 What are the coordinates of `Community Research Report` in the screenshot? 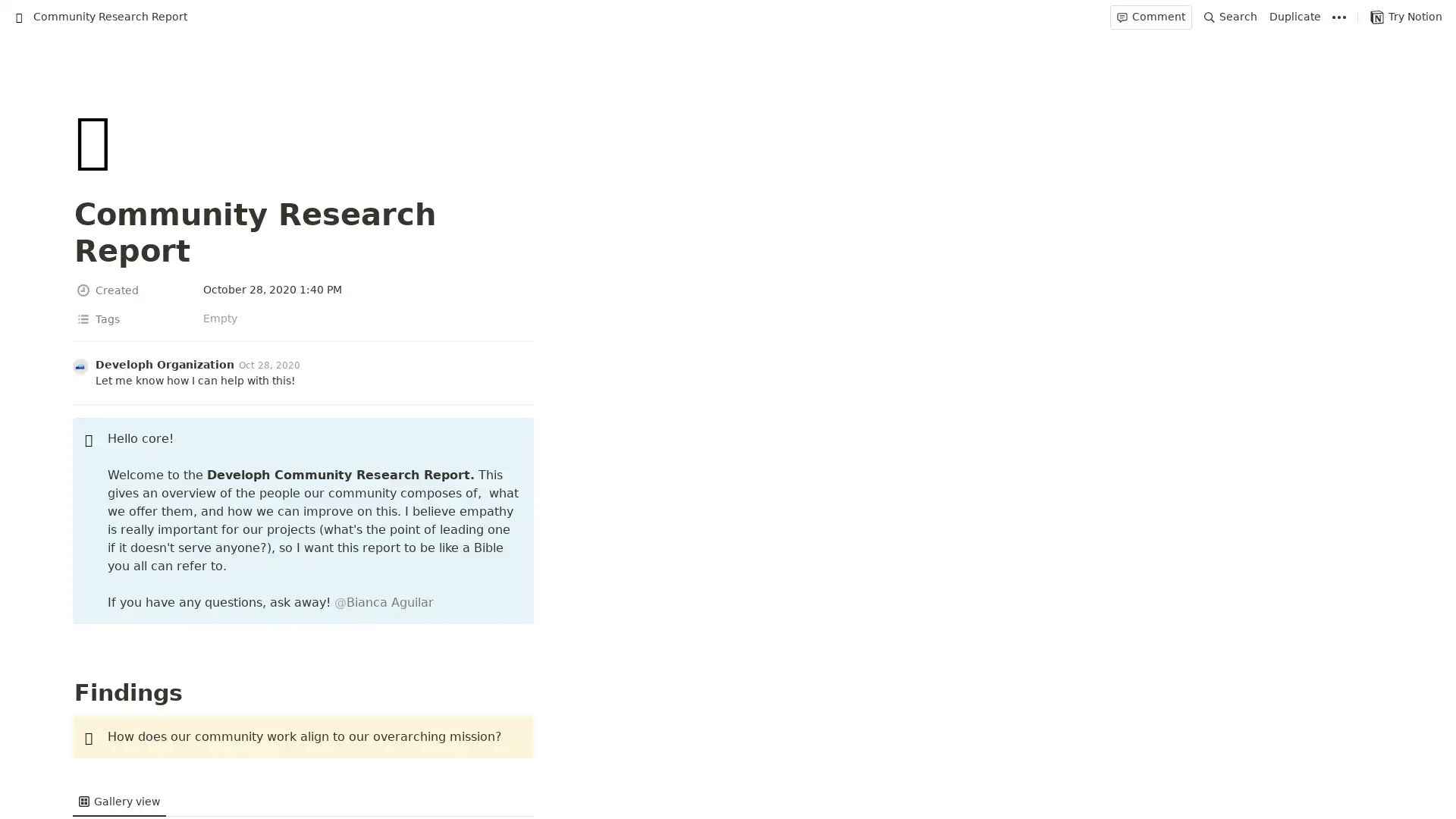 It's located at (99, 17).